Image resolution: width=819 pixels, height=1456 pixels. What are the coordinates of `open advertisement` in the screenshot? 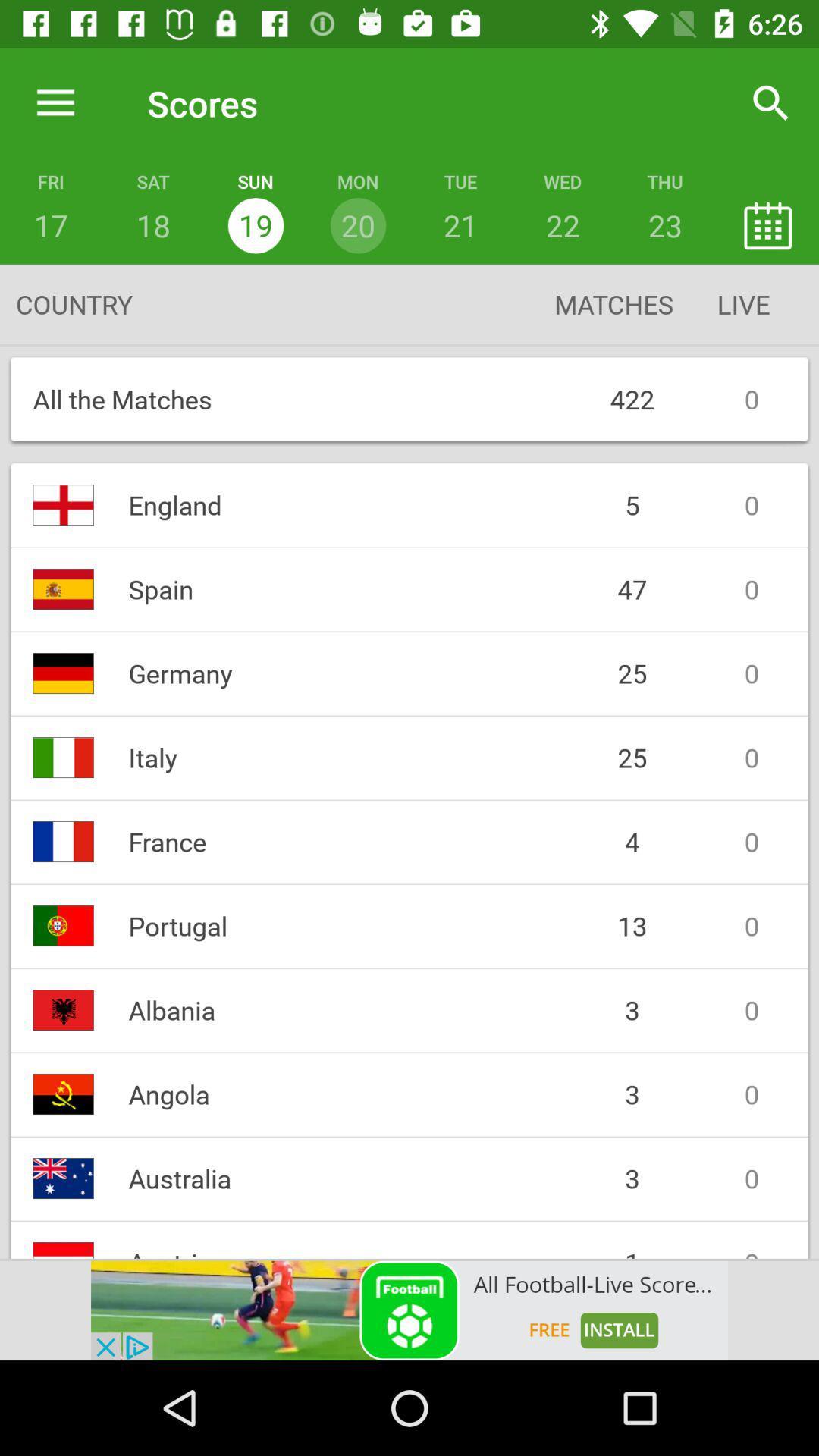 It's located at (409, 1310).